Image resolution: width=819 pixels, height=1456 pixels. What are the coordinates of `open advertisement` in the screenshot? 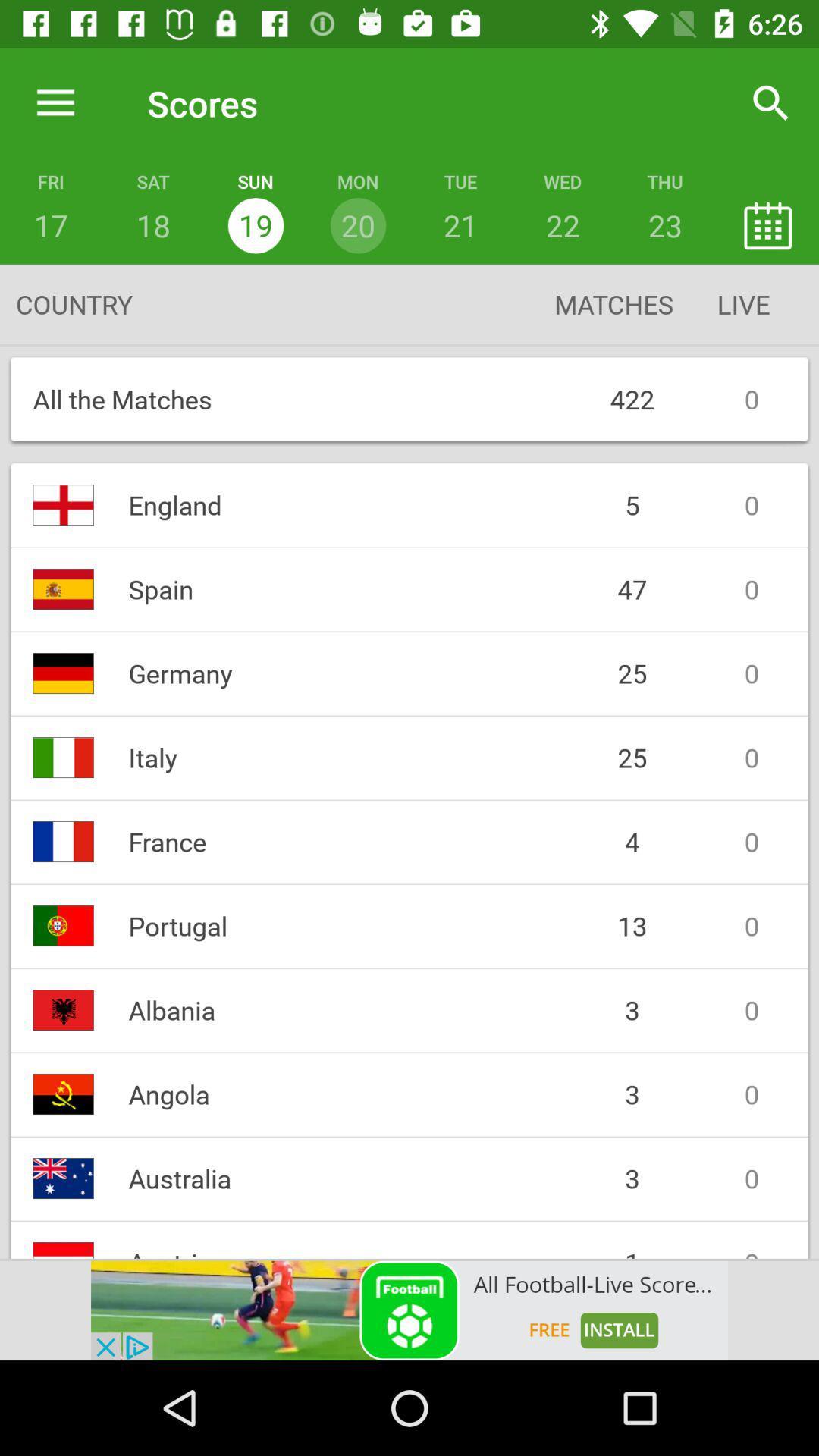 It's located at (409, 1310).